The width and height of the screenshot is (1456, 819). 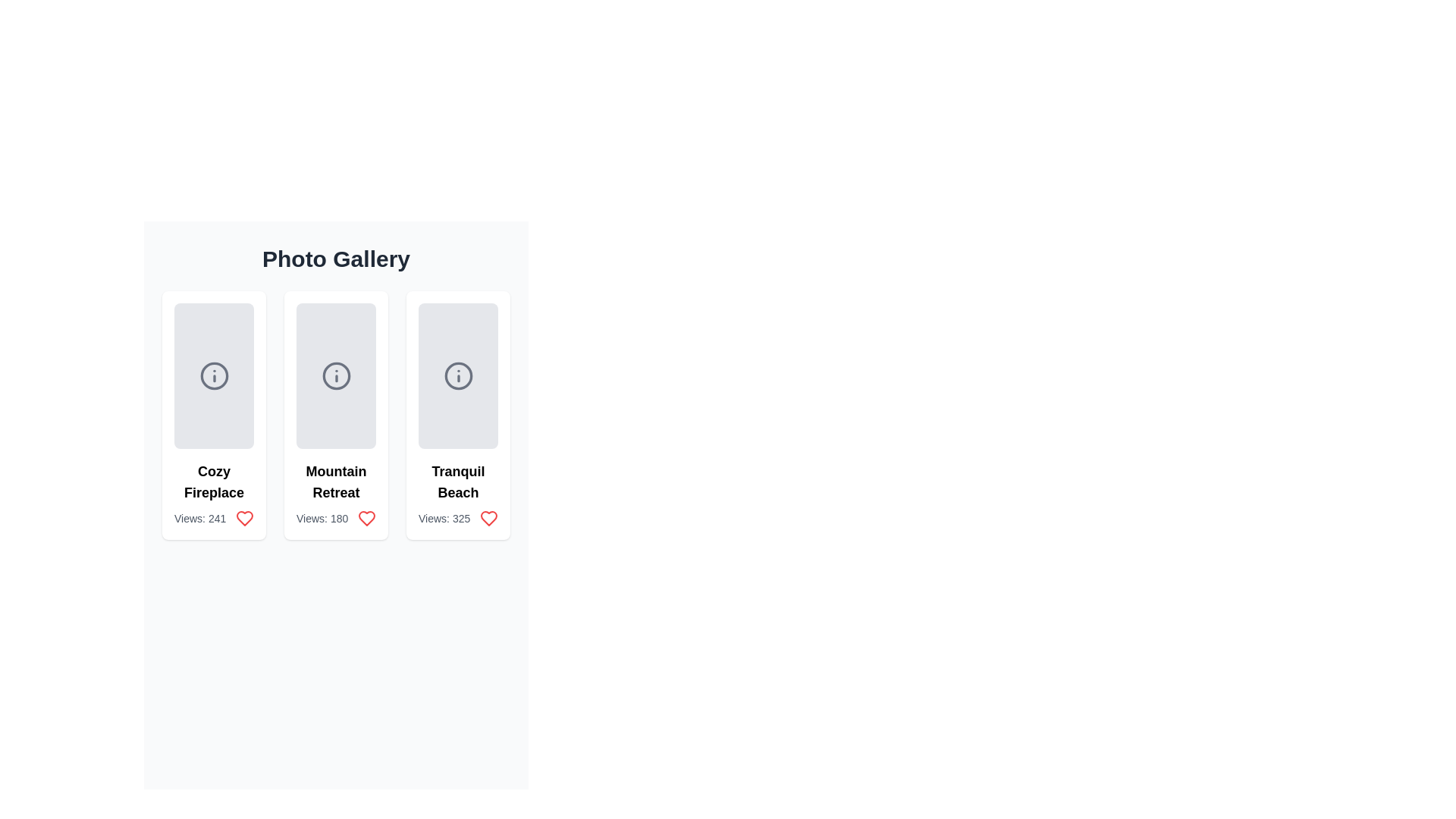 What do you see at coordinates (335, 482) in the screenshot?
I see `text from the Text Label that serves as the title for the middle card in the horizontally aligned row under 'Photo Gallery'` at bounding box center [335, 482].